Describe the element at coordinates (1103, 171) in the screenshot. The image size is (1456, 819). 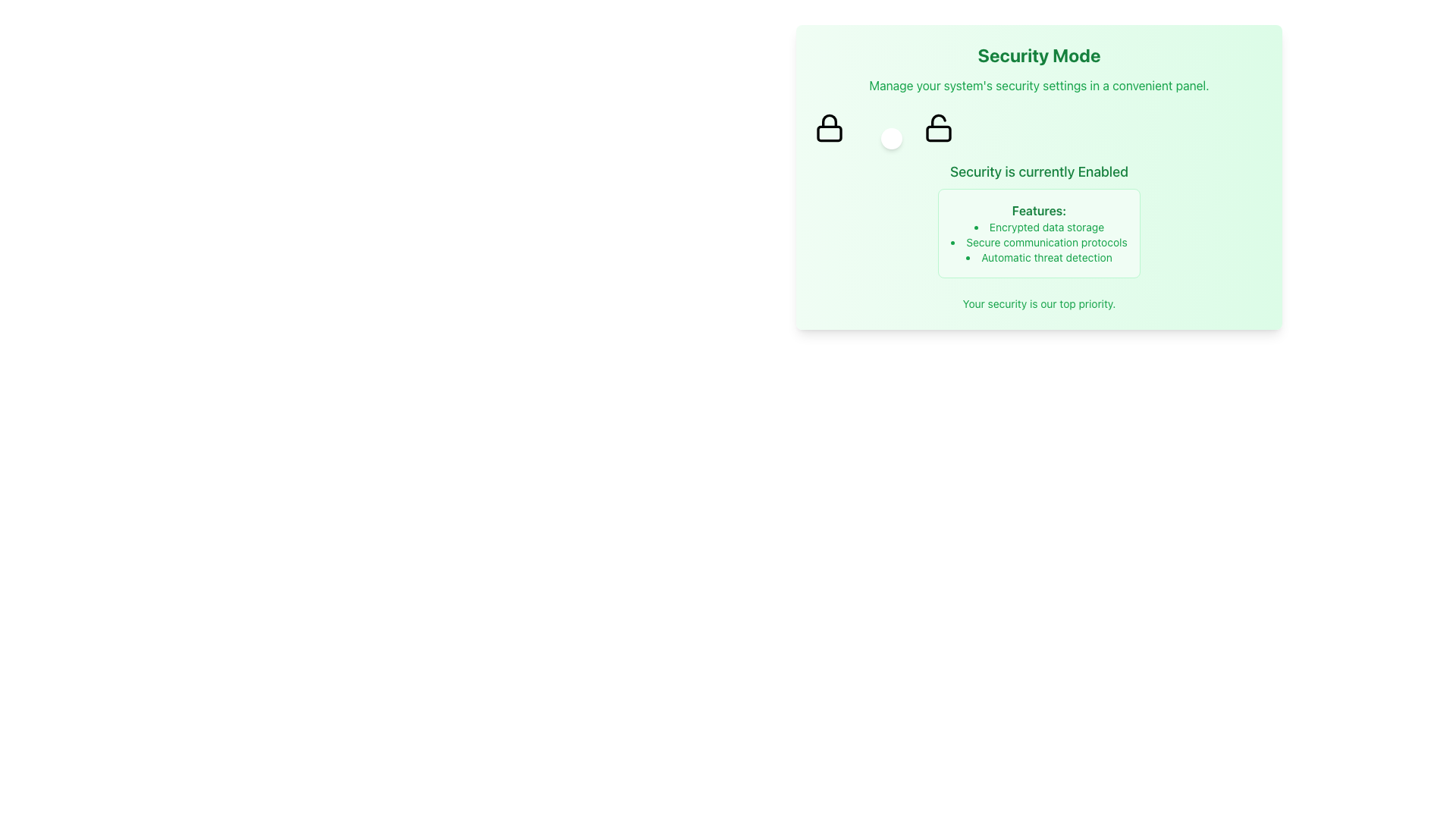
I see `the text label indicating the current security mode status, which displays 'Enabled' in the security settings panel` at that location.